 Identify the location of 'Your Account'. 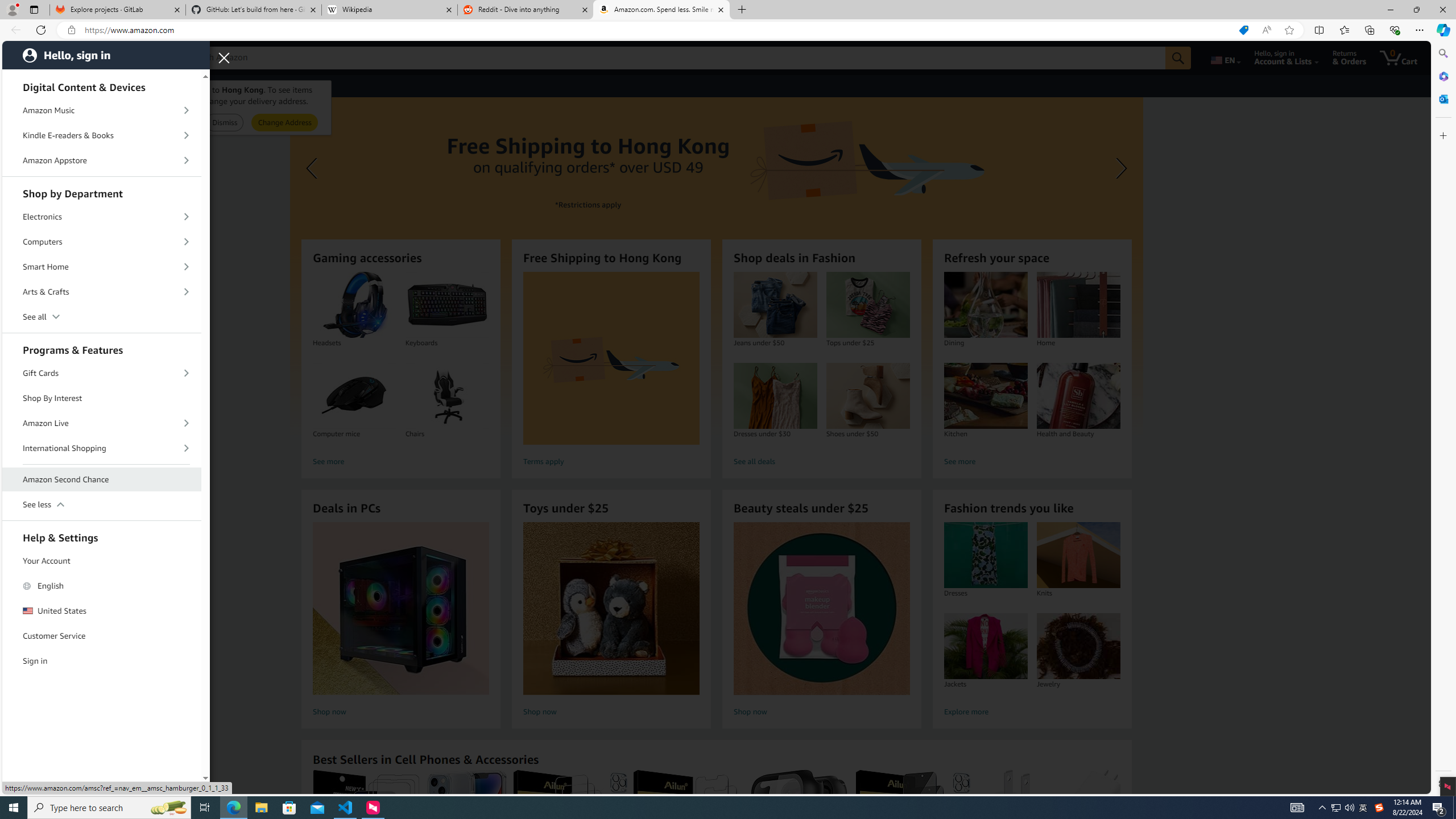
(102, 561).